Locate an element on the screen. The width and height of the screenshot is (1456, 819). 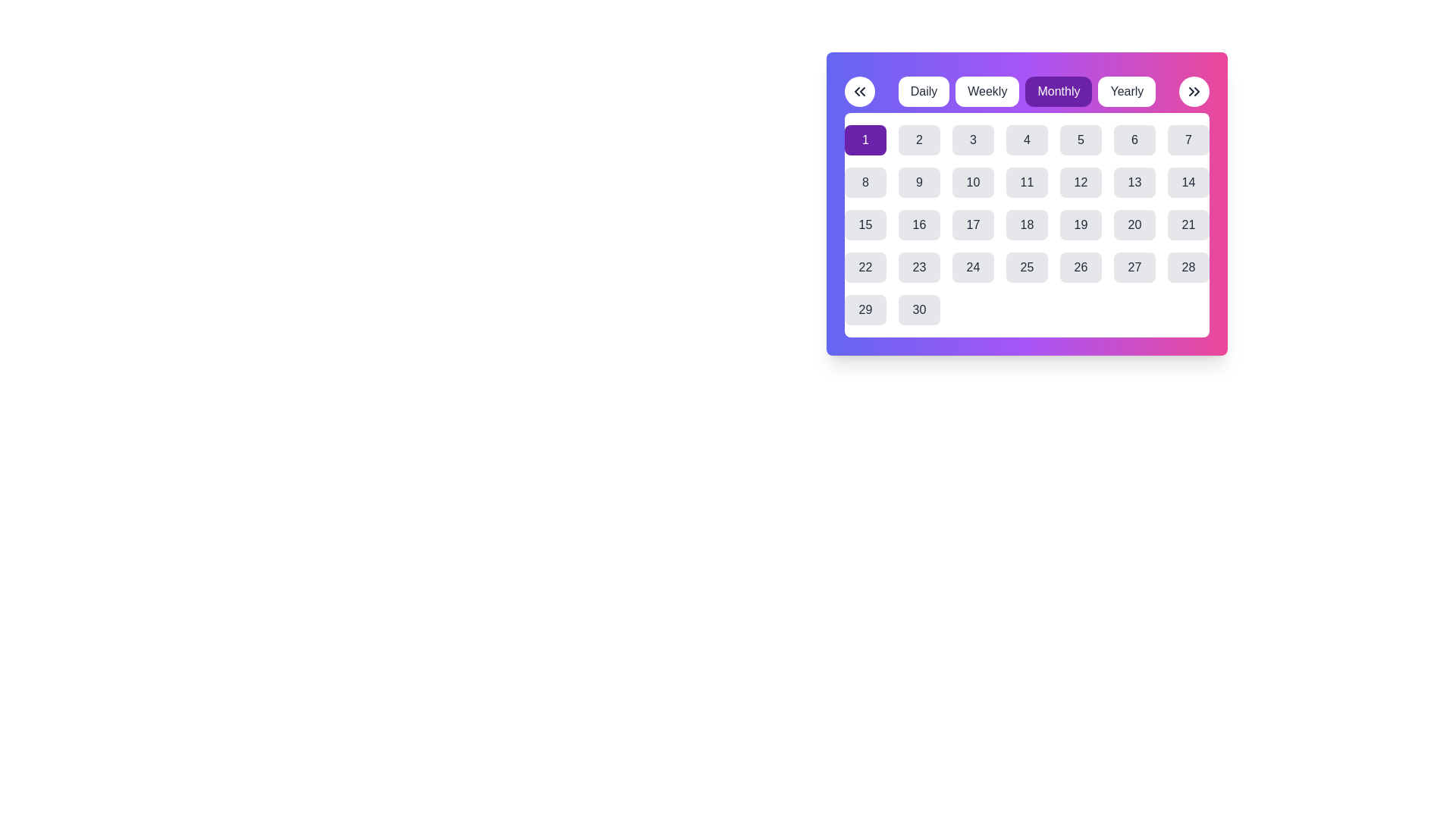
the circular button with a double-chevron icon pointing left, located on the far-left side near the 'Daily' tab, to enable keyboard interaction is located at coordinates (859, 91).